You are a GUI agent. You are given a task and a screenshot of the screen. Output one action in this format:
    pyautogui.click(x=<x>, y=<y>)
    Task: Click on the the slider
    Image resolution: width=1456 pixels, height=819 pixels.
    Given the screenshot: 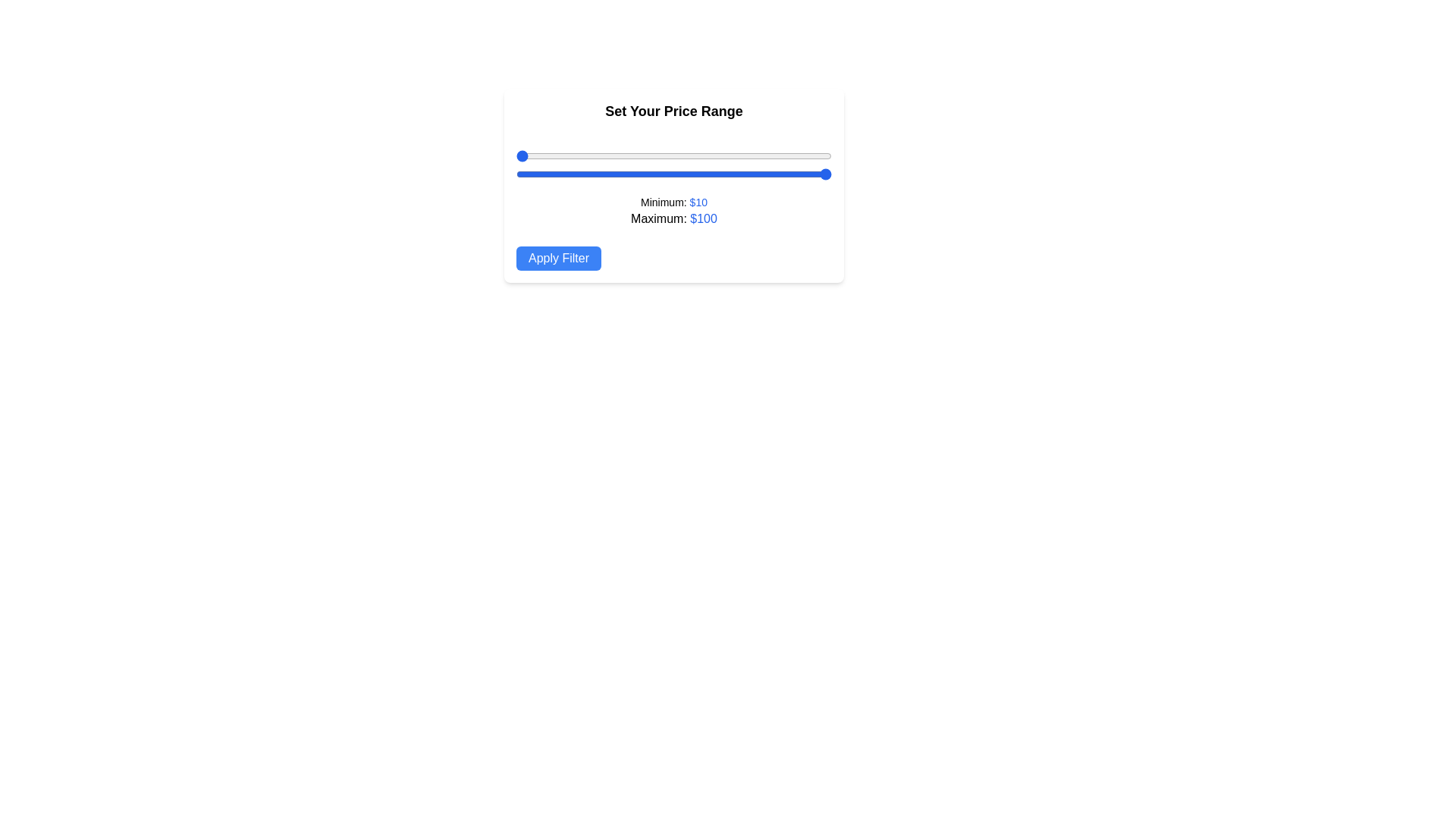 What is the action you would take?
    pyautogui.click(x=810, y=174)
    